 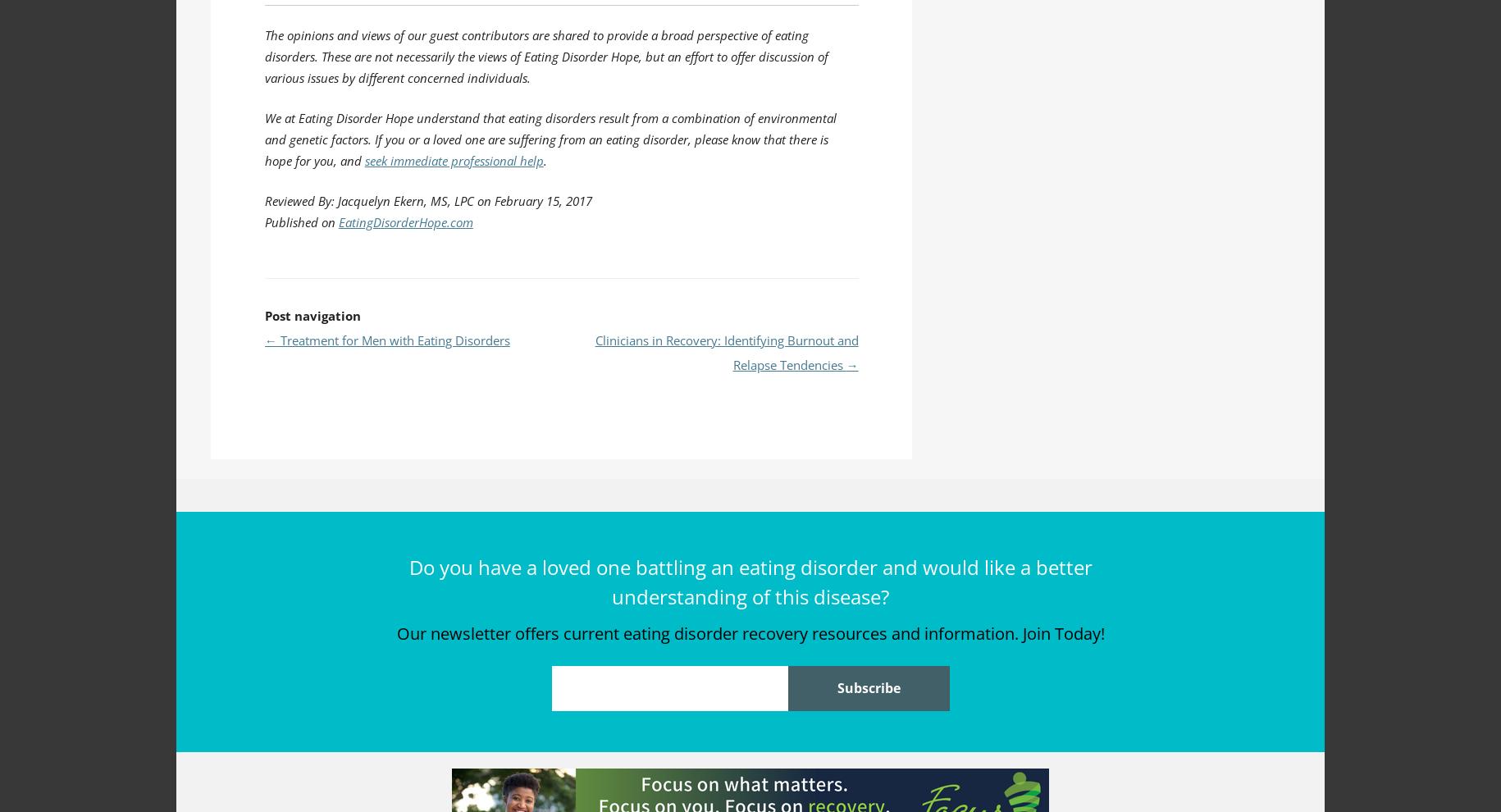 I want to click on '.', so click(x=544, y=160).